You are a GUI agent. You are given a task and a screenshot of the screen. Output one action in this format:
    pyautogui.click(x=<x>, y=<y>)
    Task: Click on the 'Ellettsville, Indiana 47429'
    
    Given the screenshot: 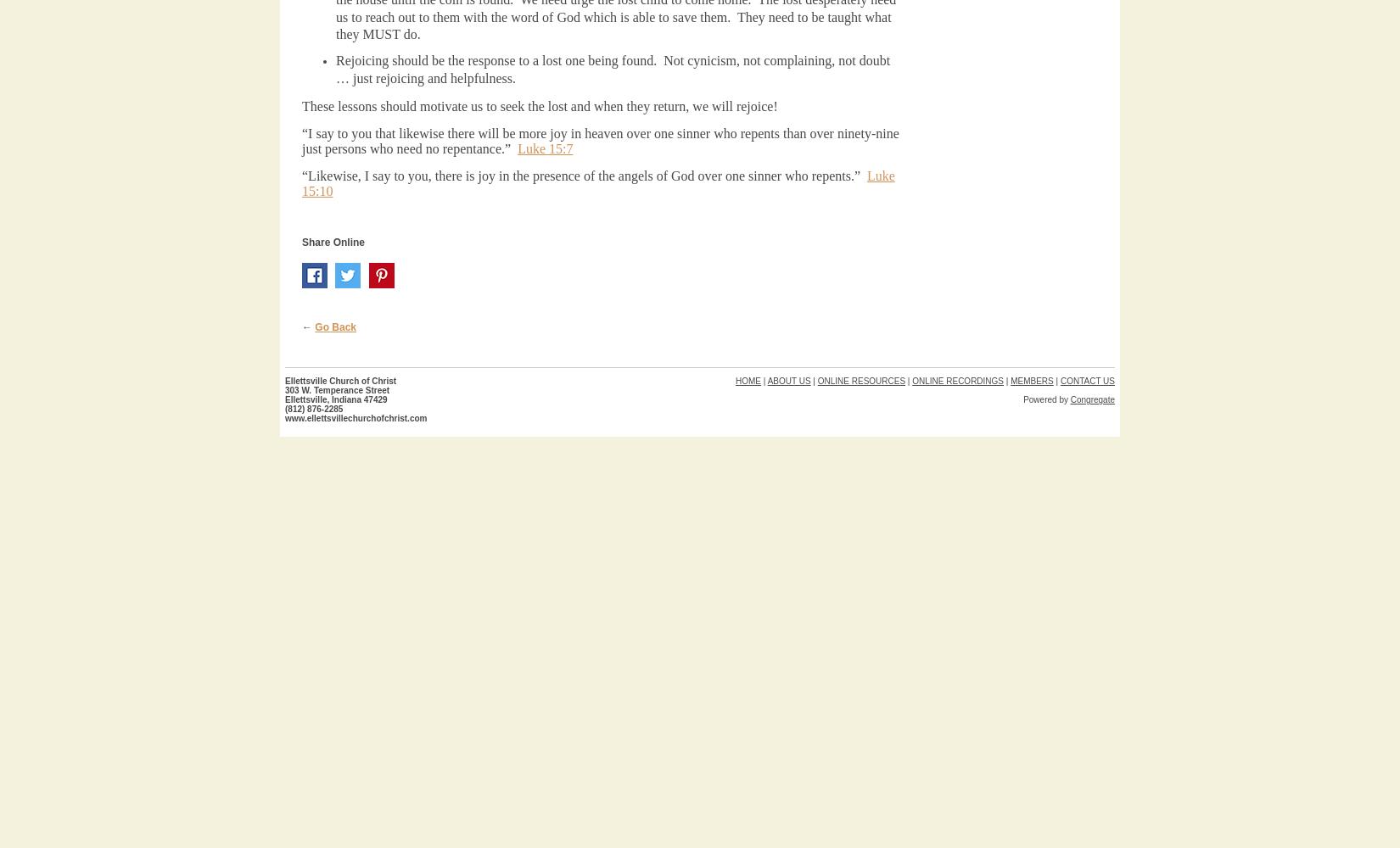 What is the action you would take?
    pyautogui.click(x=336, y=399)
    